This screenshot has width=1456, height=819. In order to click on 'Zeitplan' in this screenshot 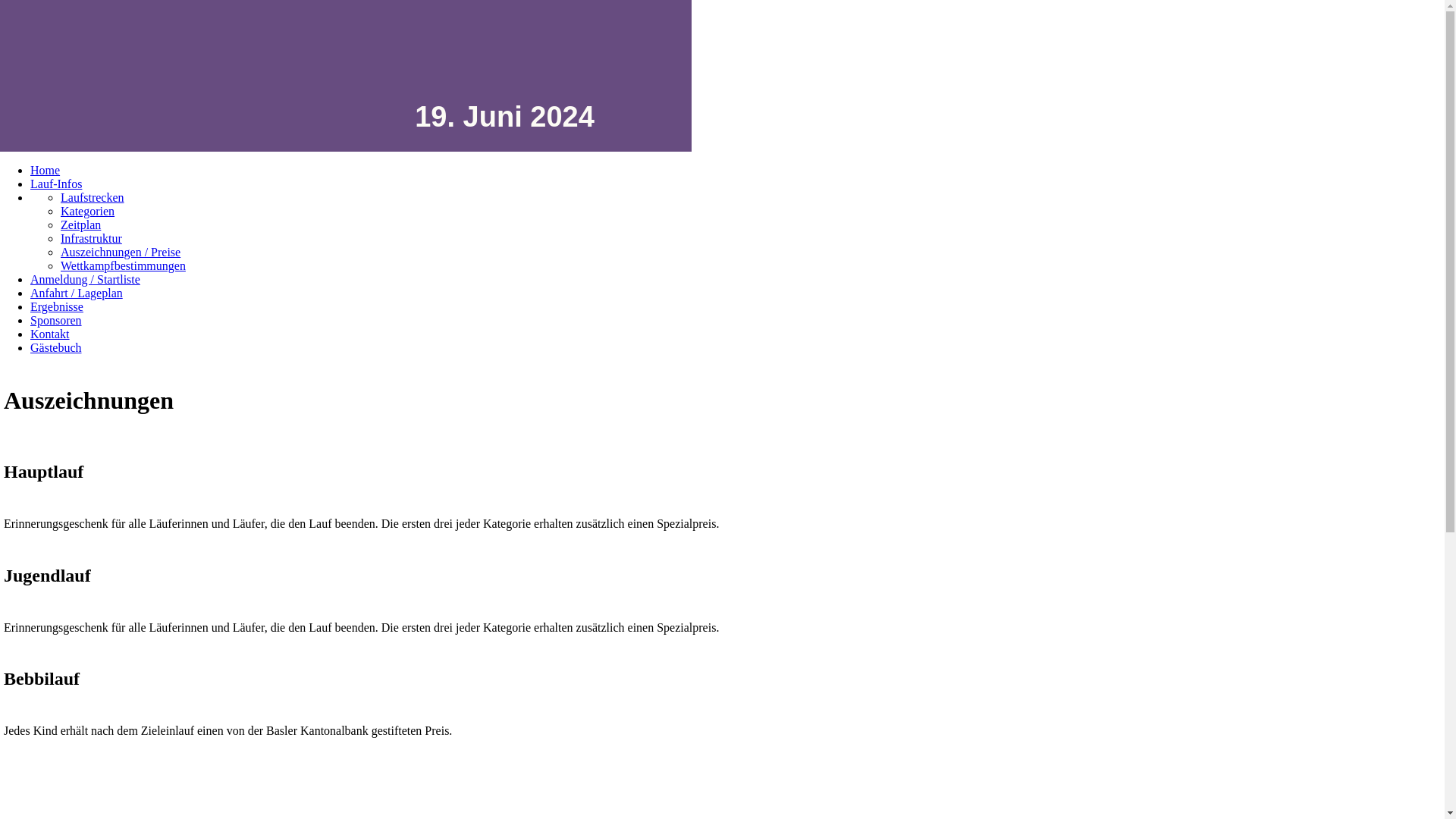, I will do `click(80, 224)`.